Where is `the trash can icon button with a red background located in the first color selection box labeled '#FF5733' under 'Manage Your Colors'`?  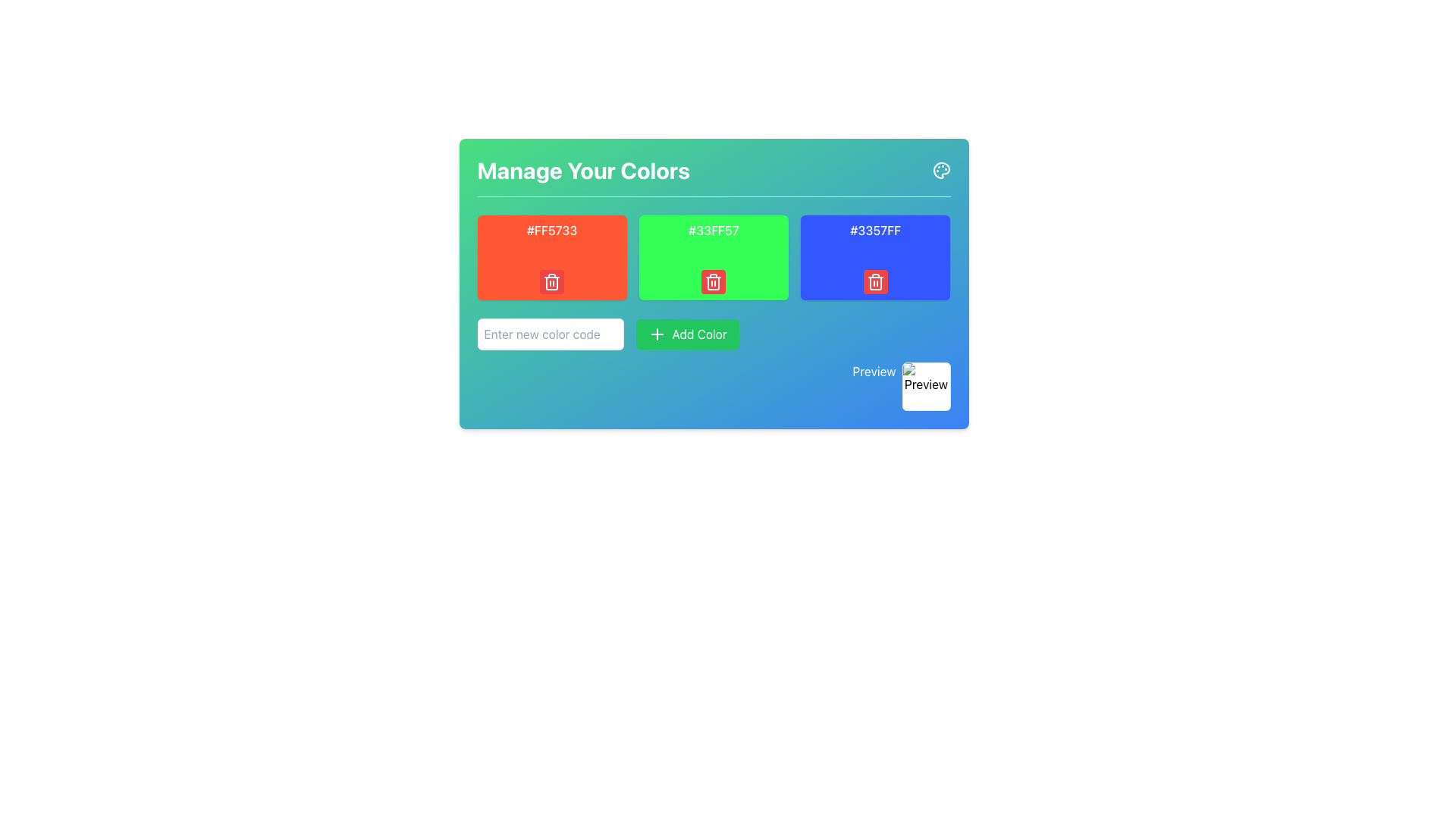 the trash can icon button with a red background located in the first color selection box labeled '#FF5733' under 'Manage Your Colors' is located at coordinates (551, 281).